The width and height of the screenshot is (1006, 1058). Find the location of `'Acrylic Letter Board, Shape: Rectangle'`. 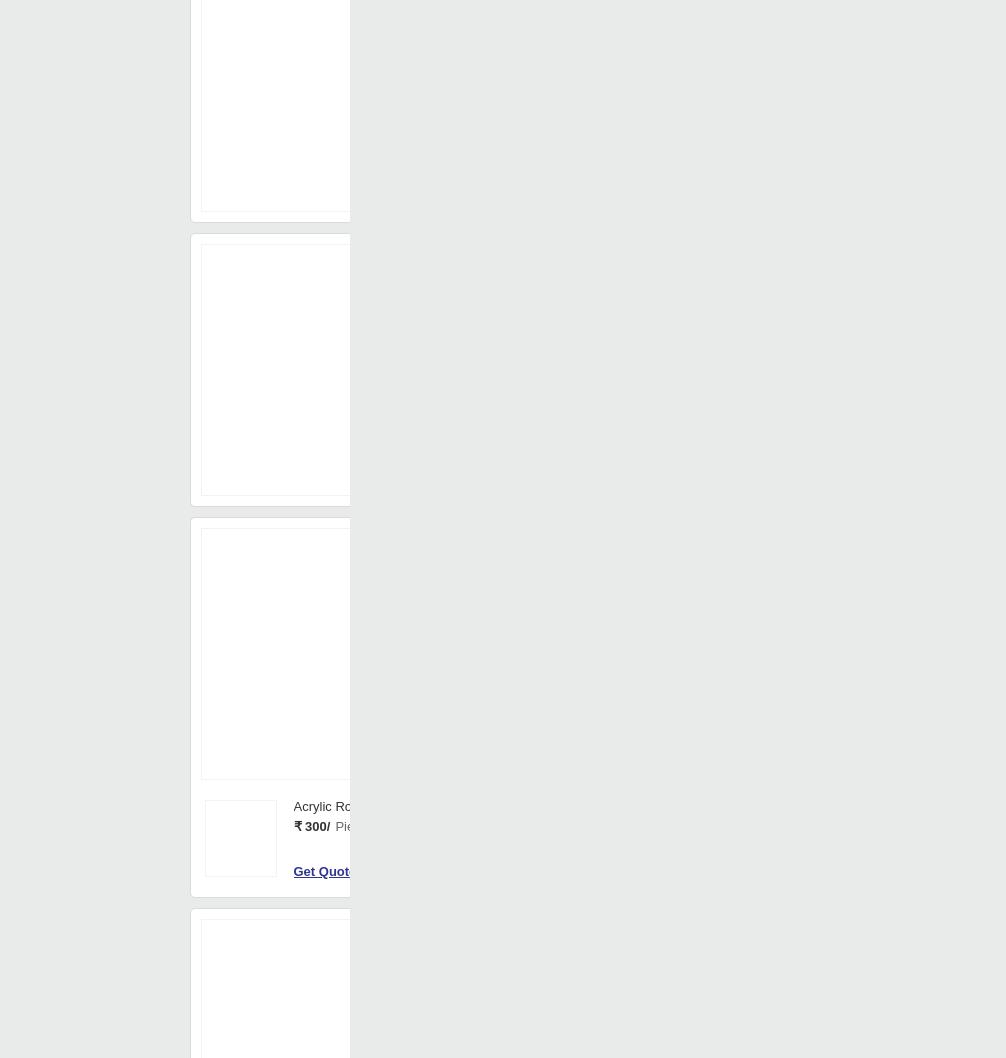

'Acrylic Letter Board, Shape: Rectangle' is located at coordinates (643, 822).